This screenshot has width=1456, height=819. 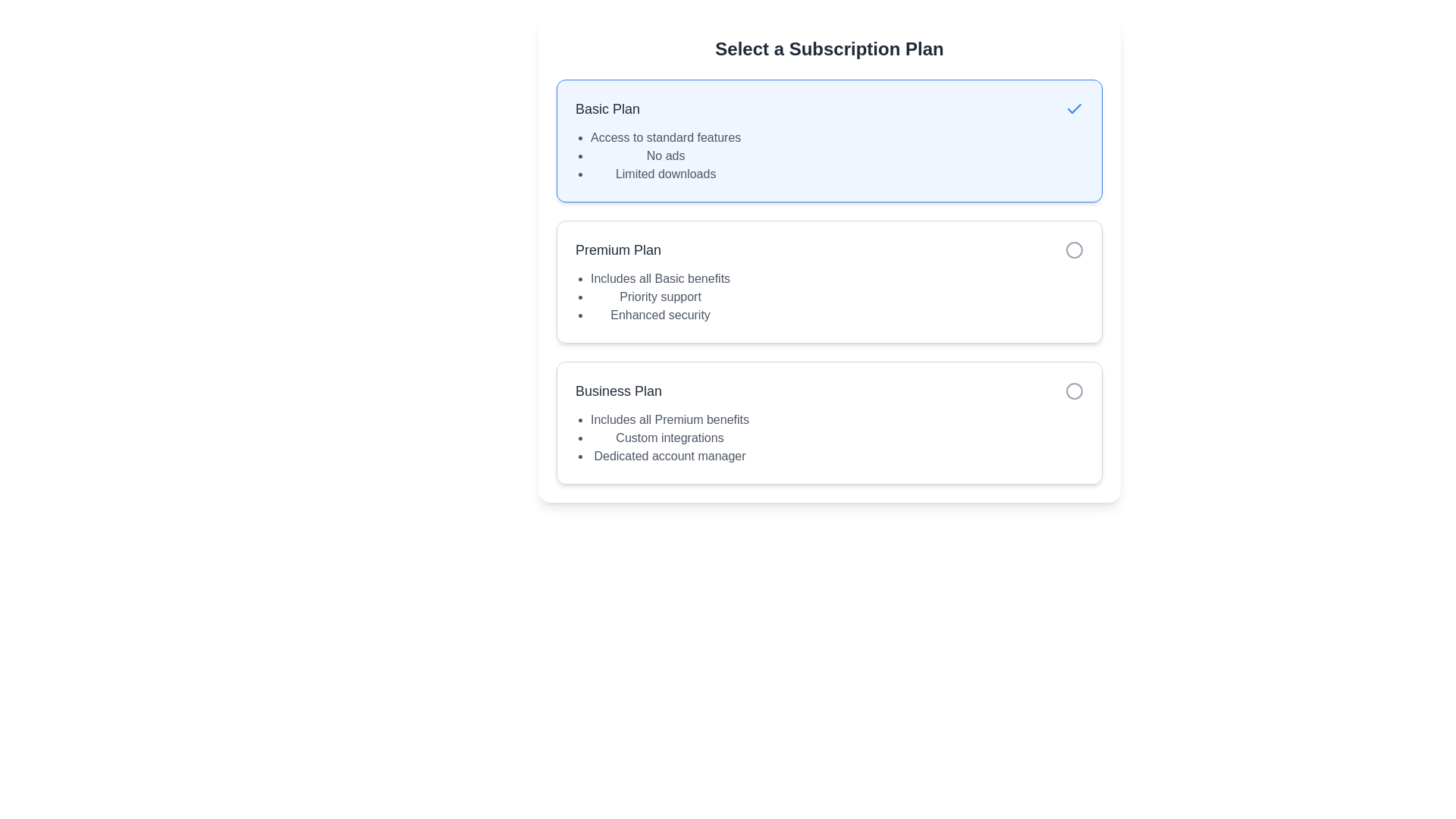 I want to click on the informational text list detailing the features of the 'Premium Plan', which is located beneath the title 'Premium Plan' in the middle section of its card, so click(x=653, y=297).